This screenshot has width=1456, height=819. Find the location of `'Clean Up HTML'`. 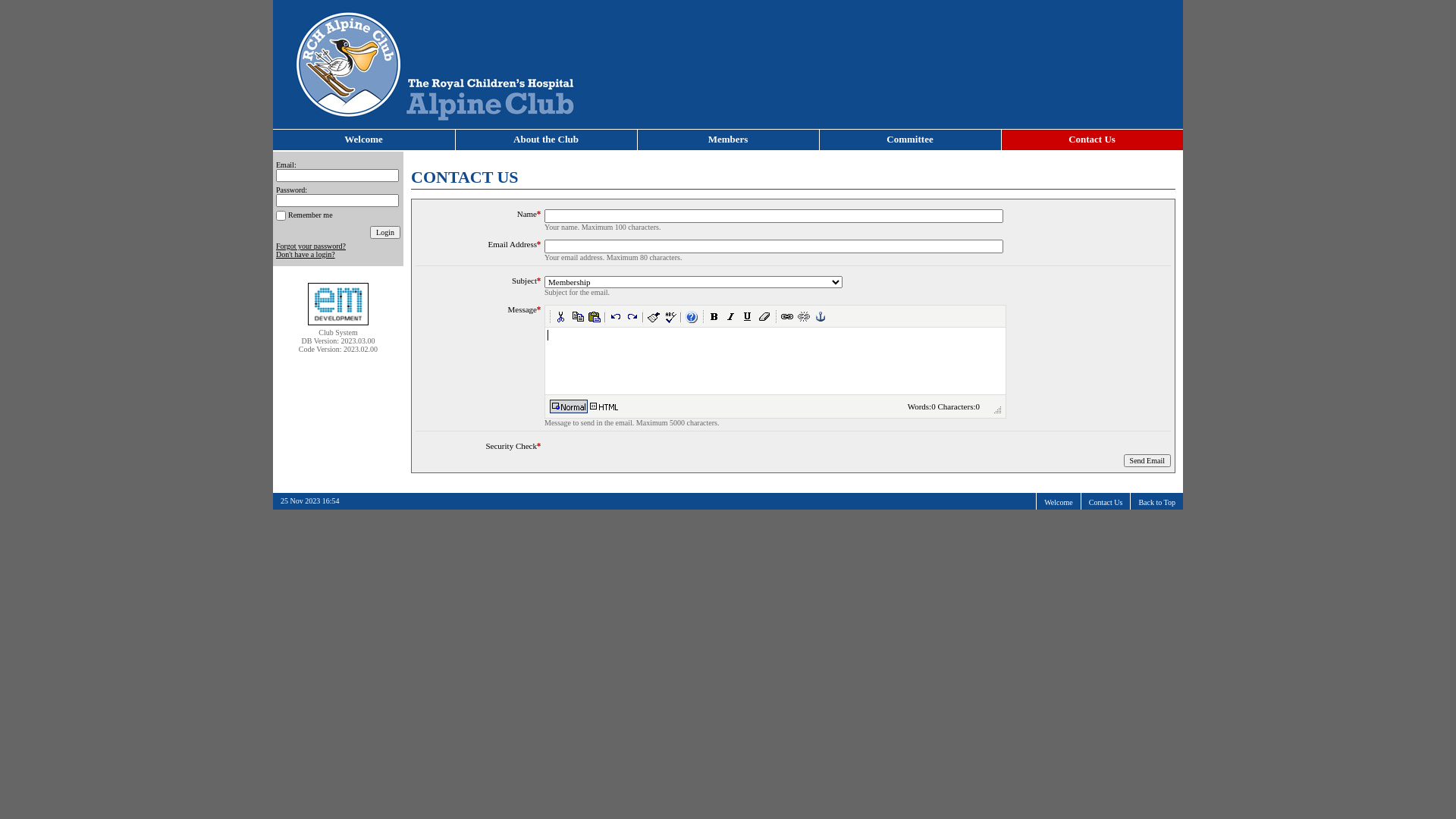

'Clean Up HTML' is located at coordinates (654, 315).